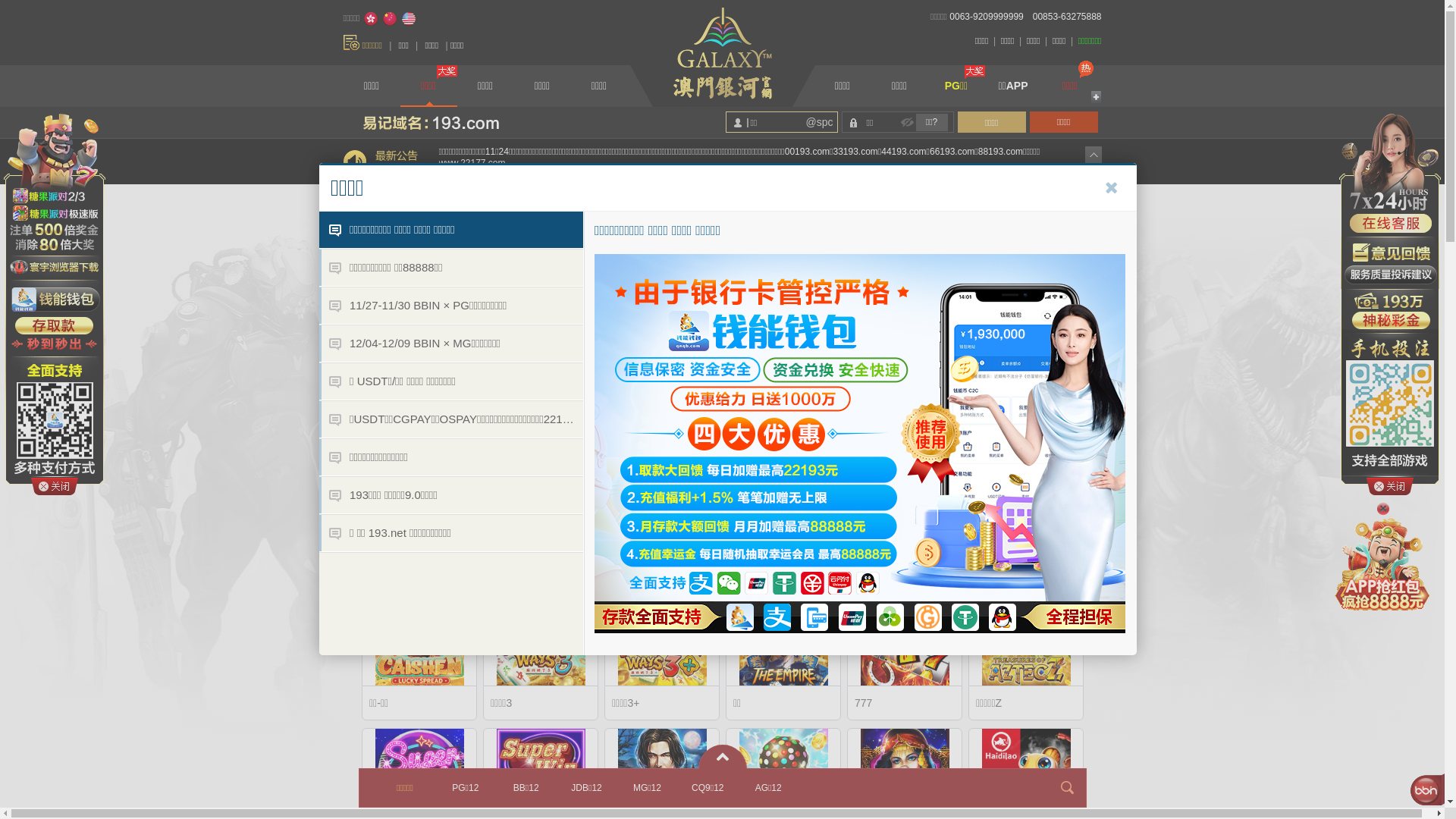 The width and height of the screenshot is (1456, 819). Describe the element at coordinates (408, 18) in the screenshot. I see `'English'` at that location.